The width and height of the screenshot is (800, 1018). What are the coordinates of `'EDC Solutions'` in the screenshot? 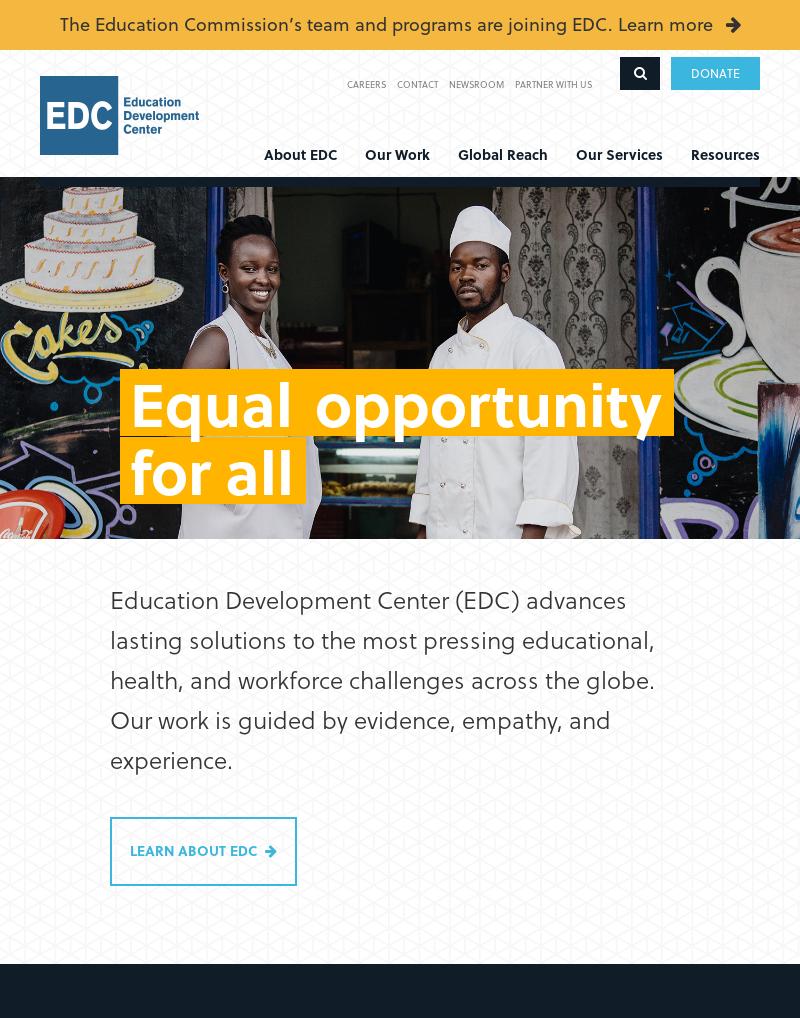 It's located at (615, 362).